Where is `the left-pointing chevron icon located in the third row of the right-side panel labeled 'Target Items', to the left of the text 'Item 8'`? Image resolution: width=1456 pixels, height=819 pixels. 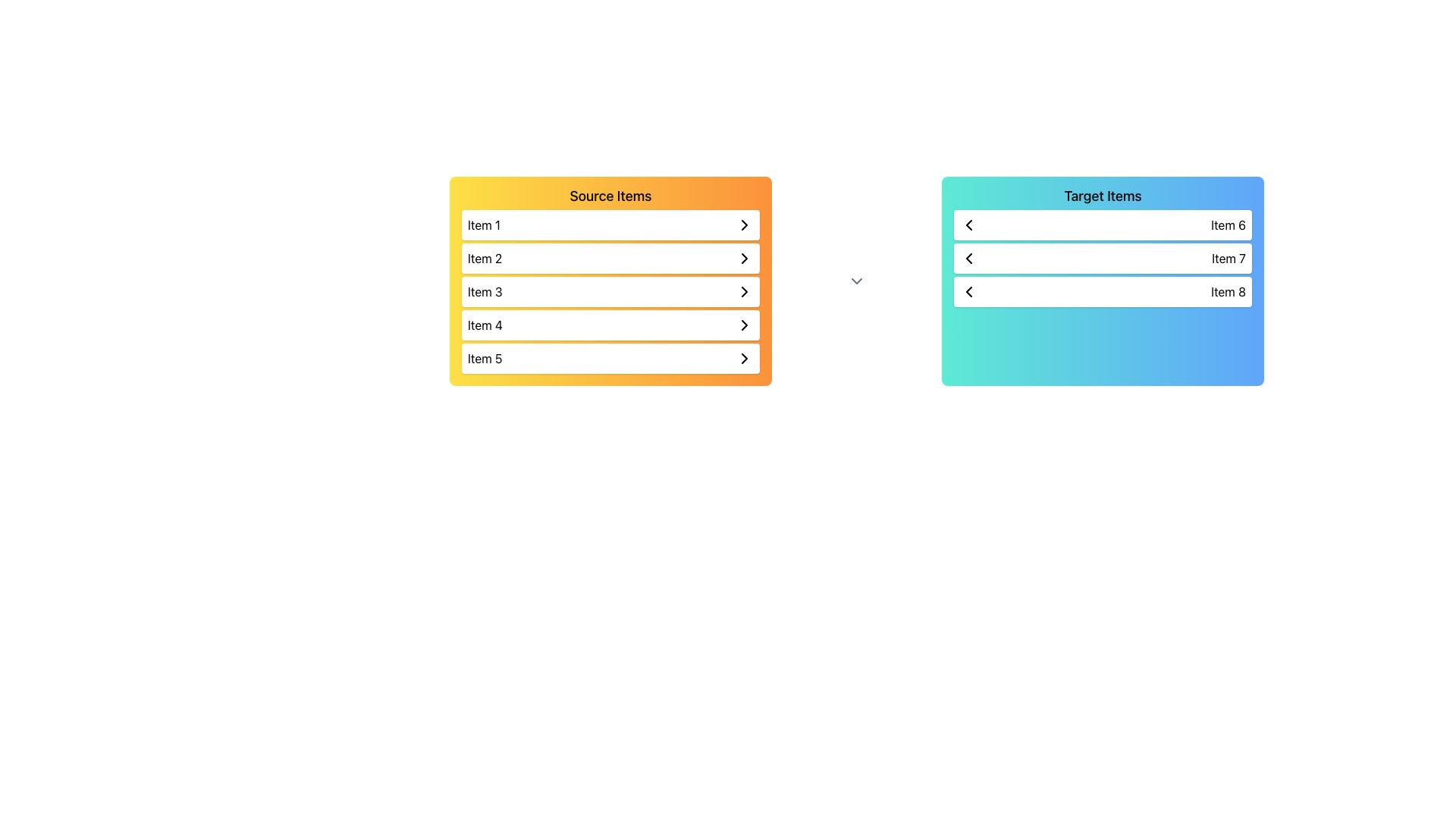 the left-pointing chevron icon located in the third row of the right-side panel labeled 'Target Items', to the left of the text 'Item 8' is located at coordinates (968, 292).